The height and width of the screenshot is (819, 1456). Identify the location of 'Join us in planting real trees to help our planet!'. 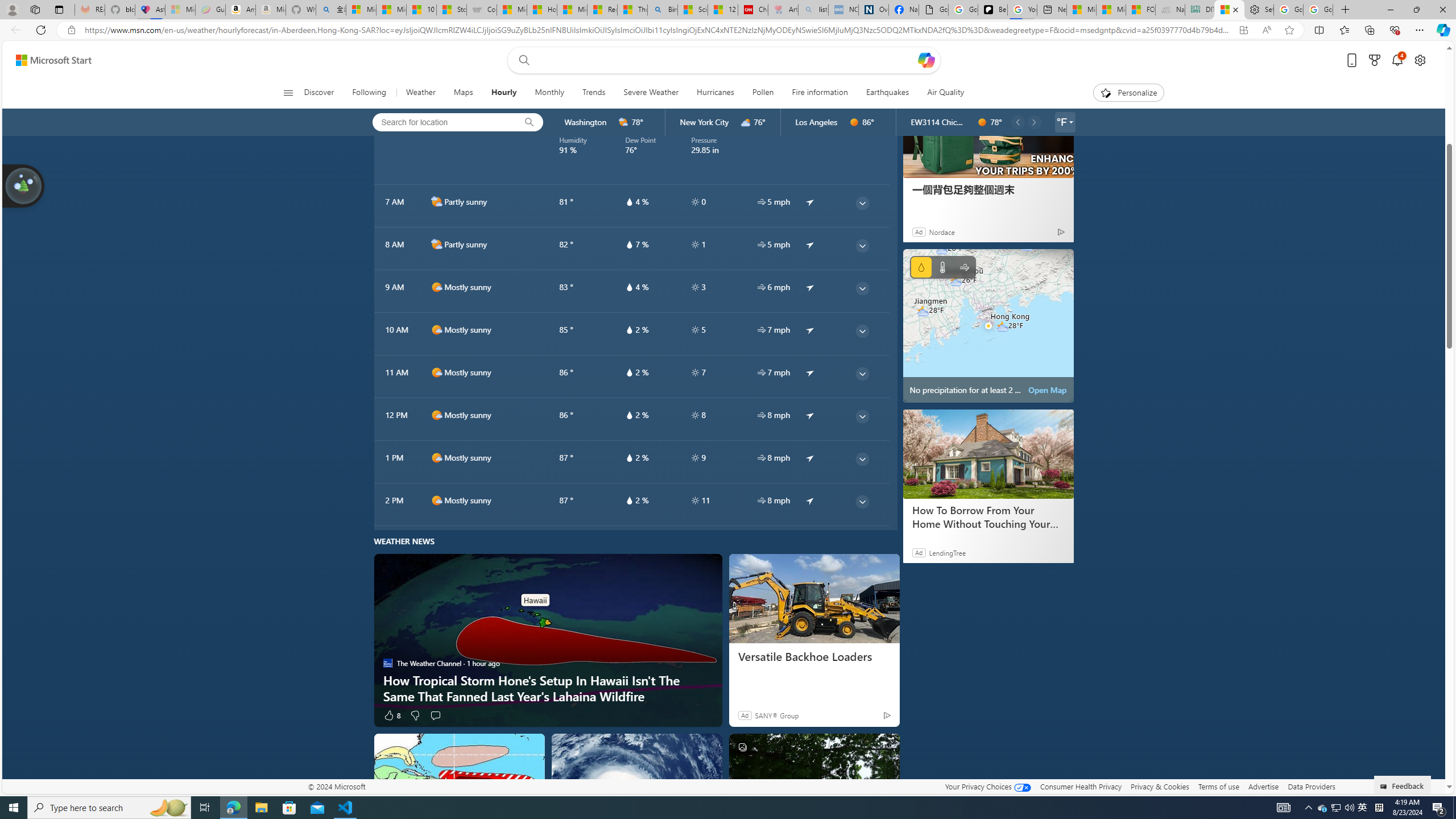
(23, 185).